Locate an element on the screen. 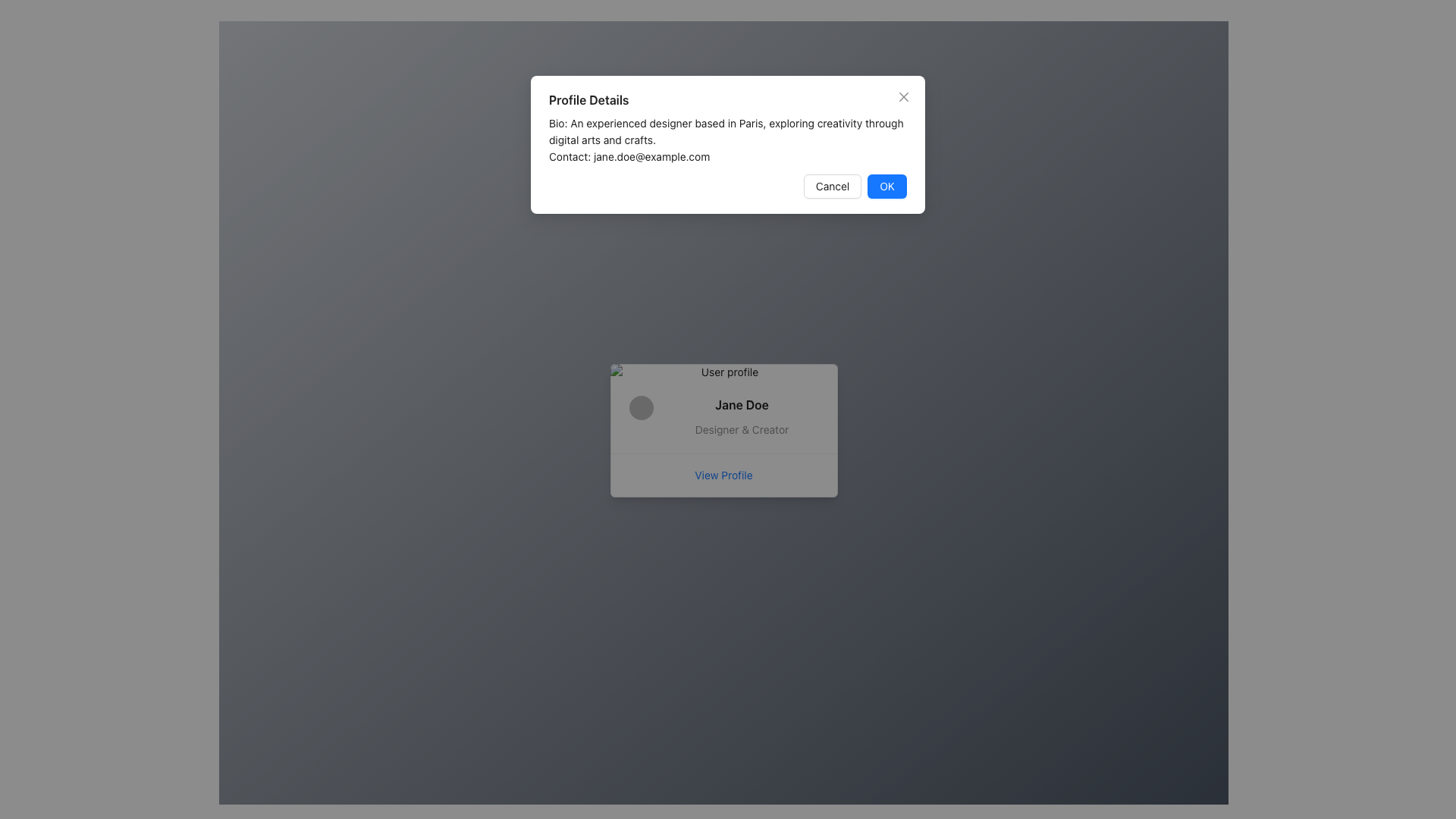 Image resolution: width=1456 pixels, height=819 pixels. the 'View Profile' link button located at the bottom center of the 'User profile' card is located at coordinates (723, 474).